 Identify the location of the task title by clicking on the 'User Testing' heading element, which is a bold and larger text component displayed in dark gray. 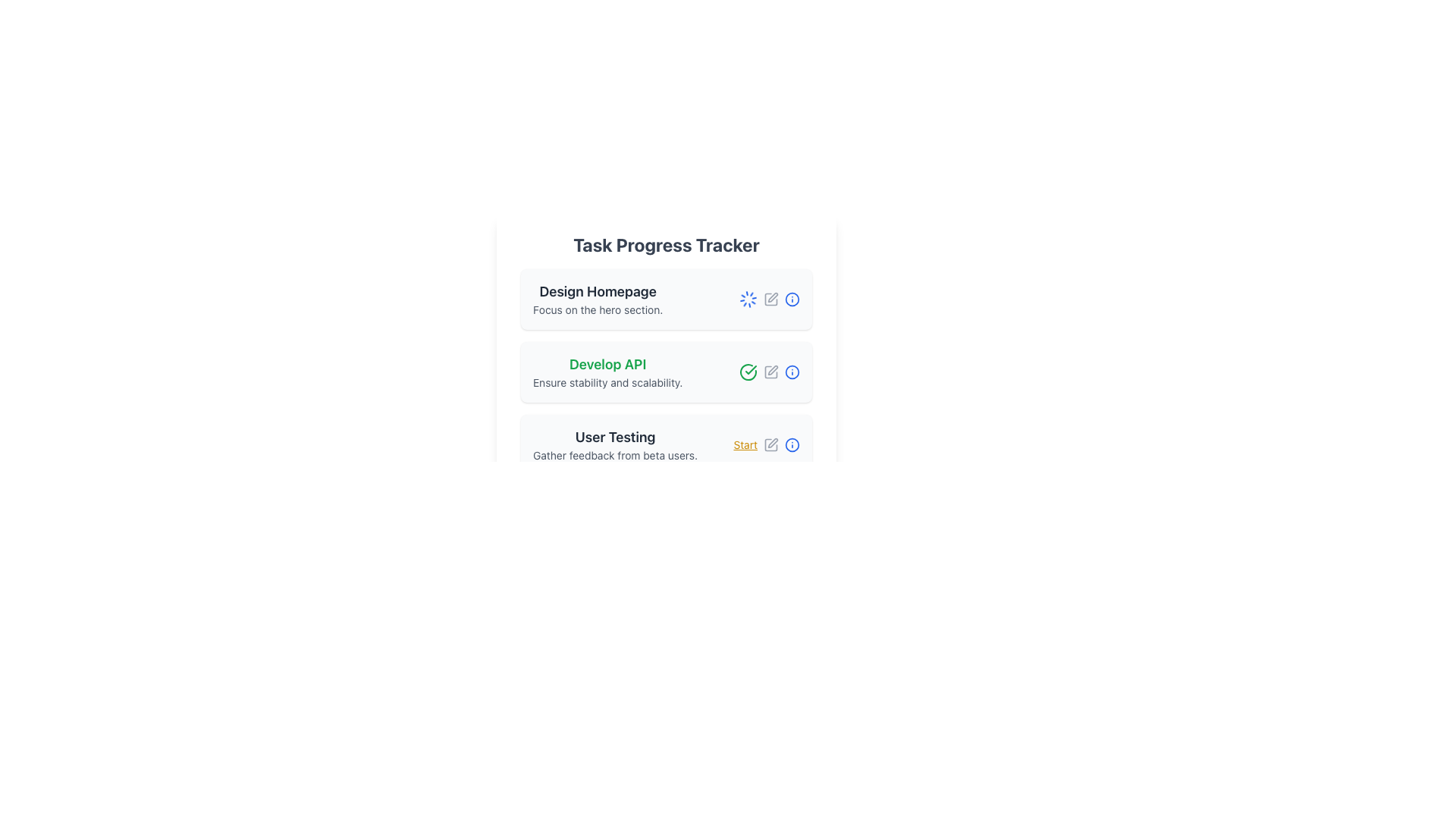
(615, 438).